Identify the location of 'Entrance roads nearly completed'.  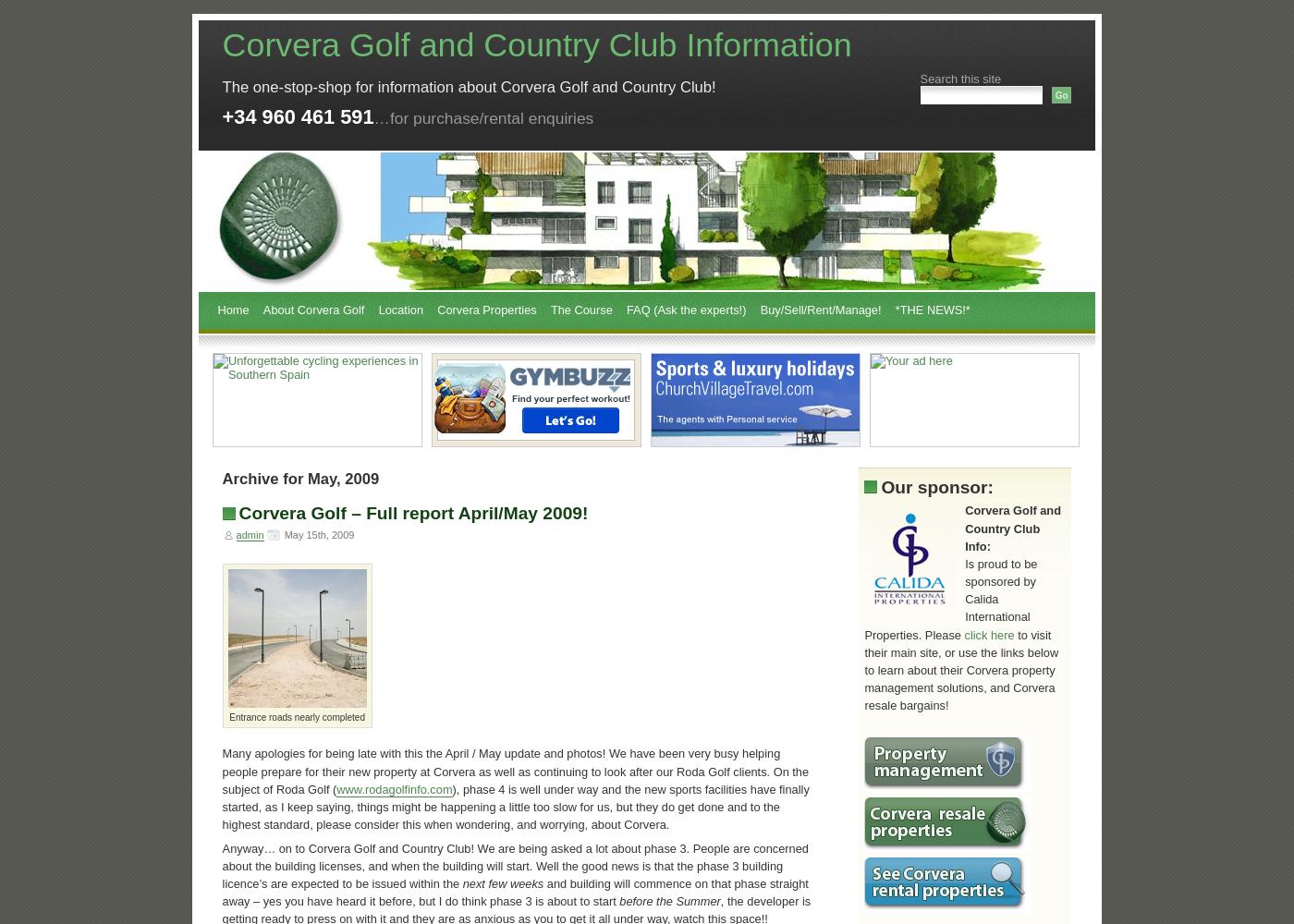
(297, 717).